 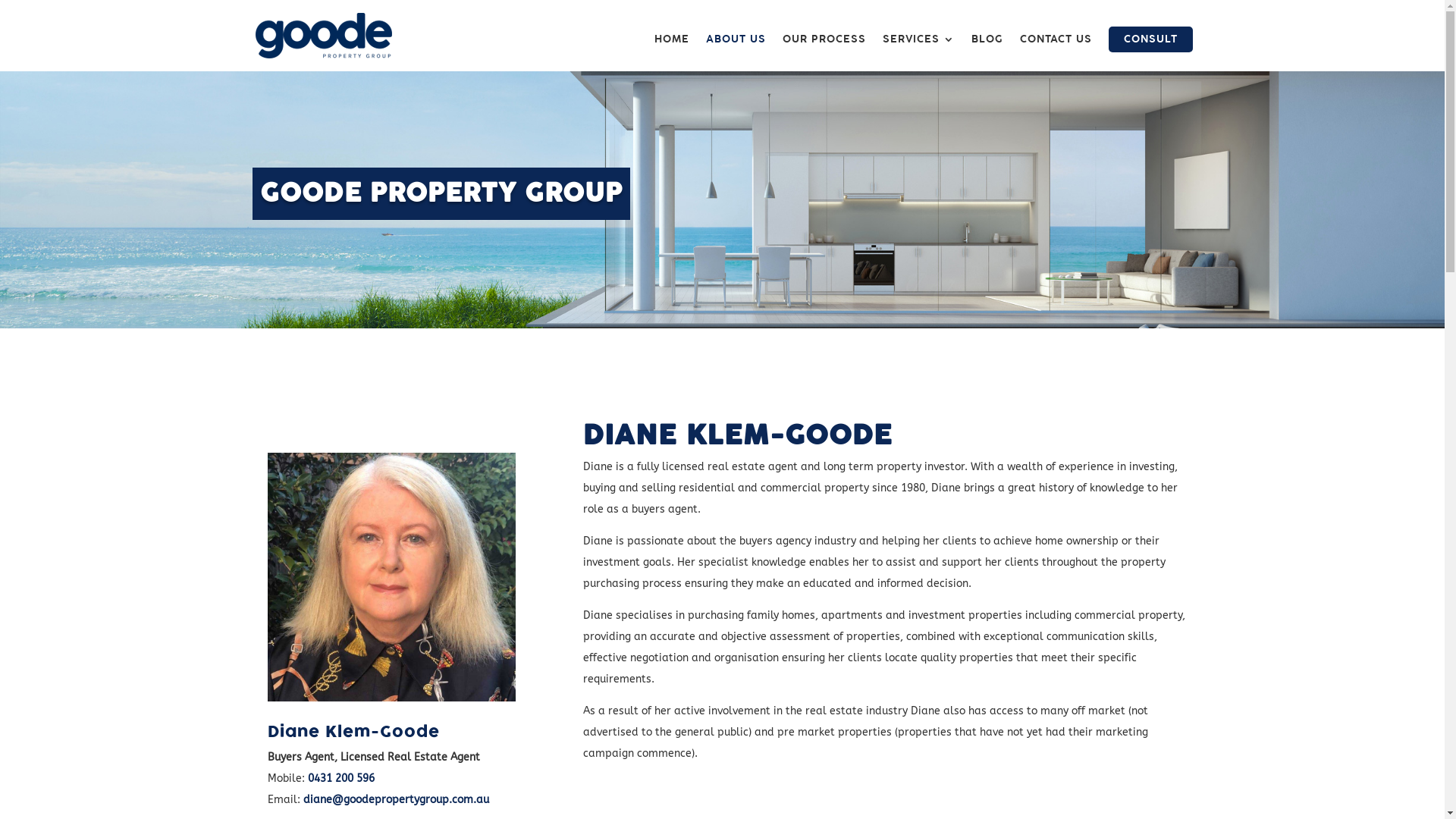 I want to click on 'diane@goodepropertygroup.com.au', so click(x=396, y=799).